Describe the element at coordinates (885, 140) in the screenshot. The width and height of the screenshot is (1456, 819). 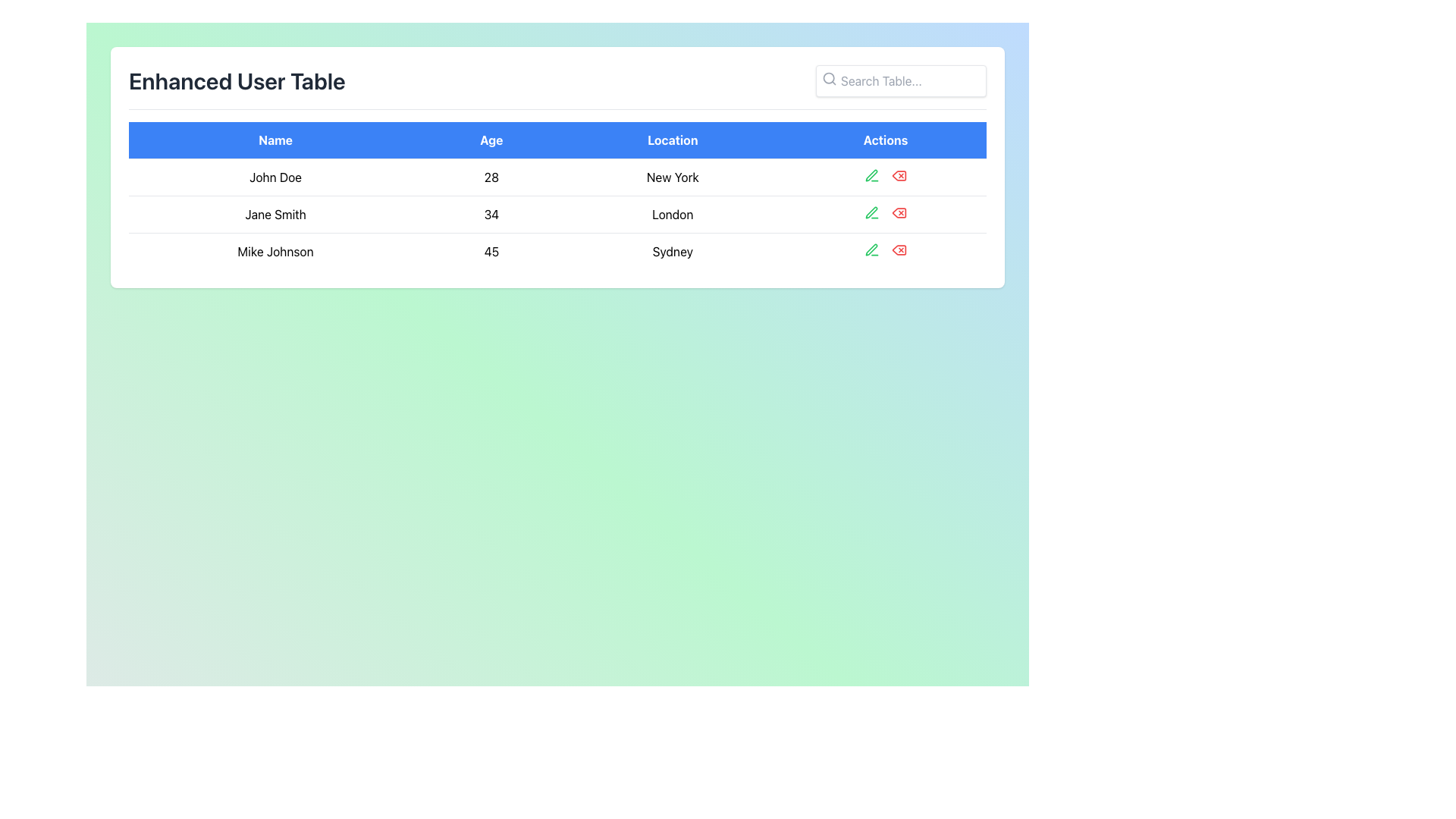
I see `the blue rectangular section in the table header that contains the text 'Actions' in white, which is the fourth column header in the table` at that location.